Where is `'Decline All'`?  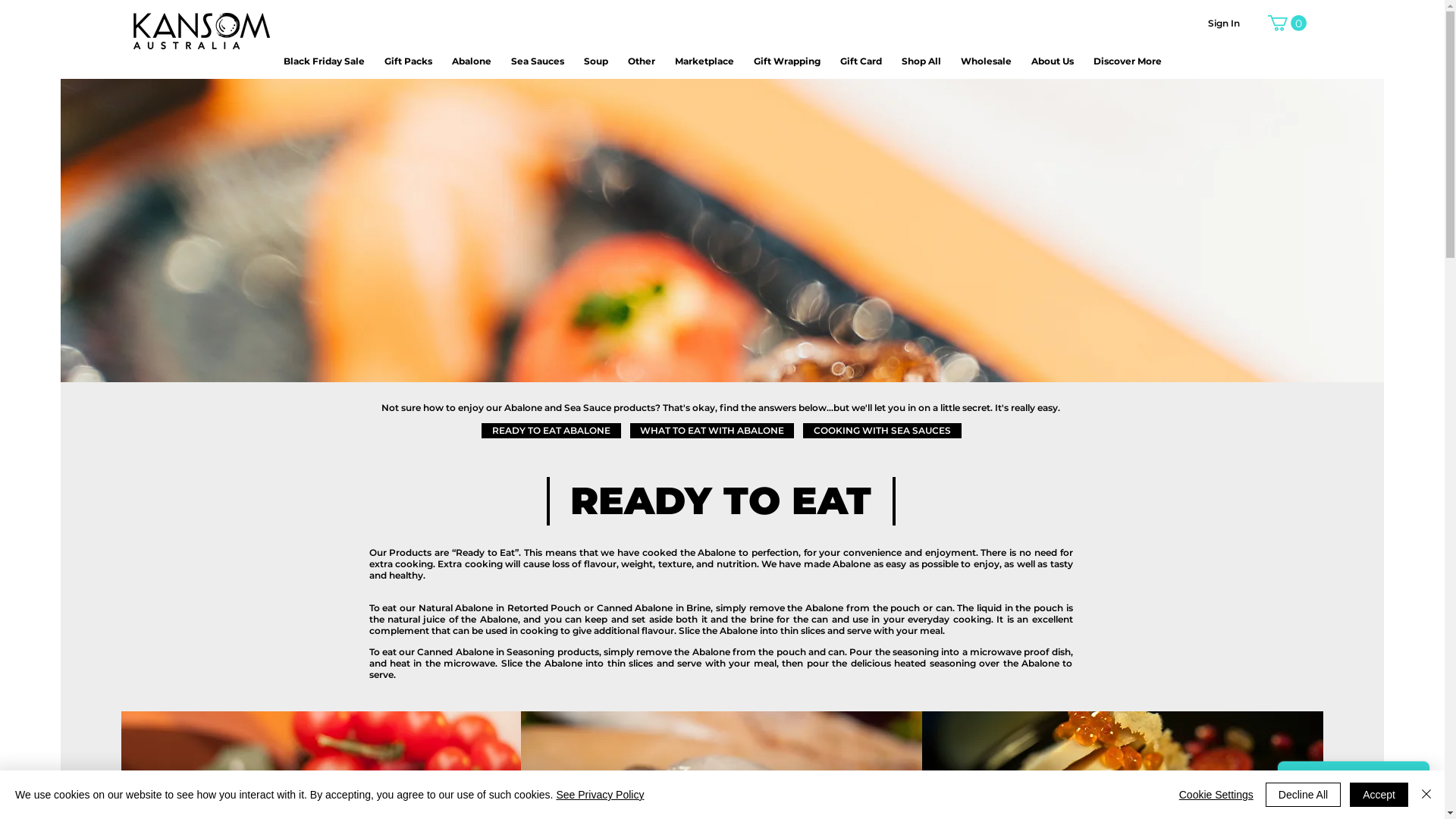 'Decline All' is located at coordinates (1302, 794).